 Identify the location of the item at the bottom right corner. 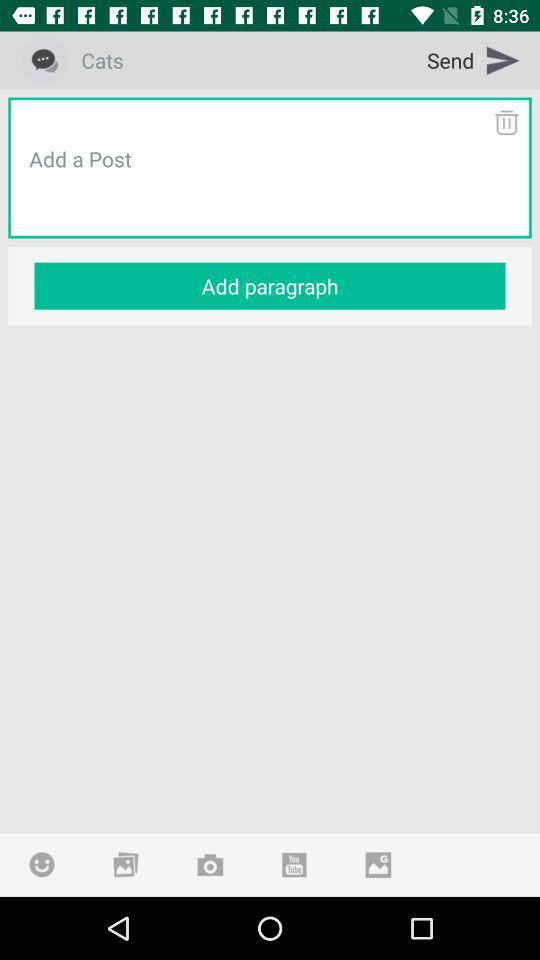
(378, 863).